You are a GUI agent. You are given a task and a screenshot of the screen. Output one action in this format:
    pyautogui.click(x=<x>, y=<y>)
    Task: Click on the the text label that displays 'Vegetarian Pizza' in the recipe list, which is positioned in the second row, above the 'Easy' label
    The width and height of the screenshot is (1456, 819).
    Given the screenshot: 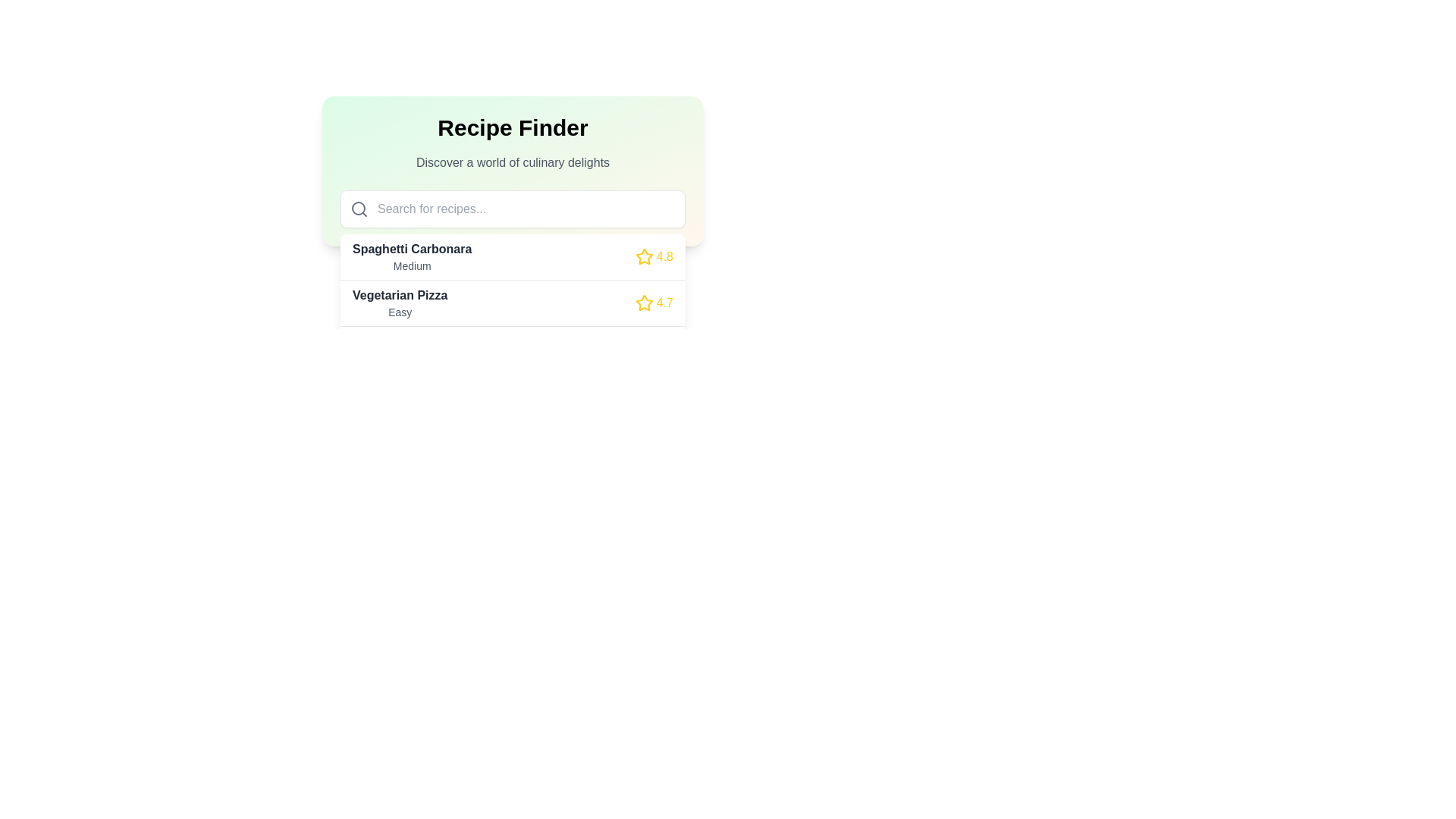 What is the action you would take?
    pyautogui.click(x=400, y=295)
    